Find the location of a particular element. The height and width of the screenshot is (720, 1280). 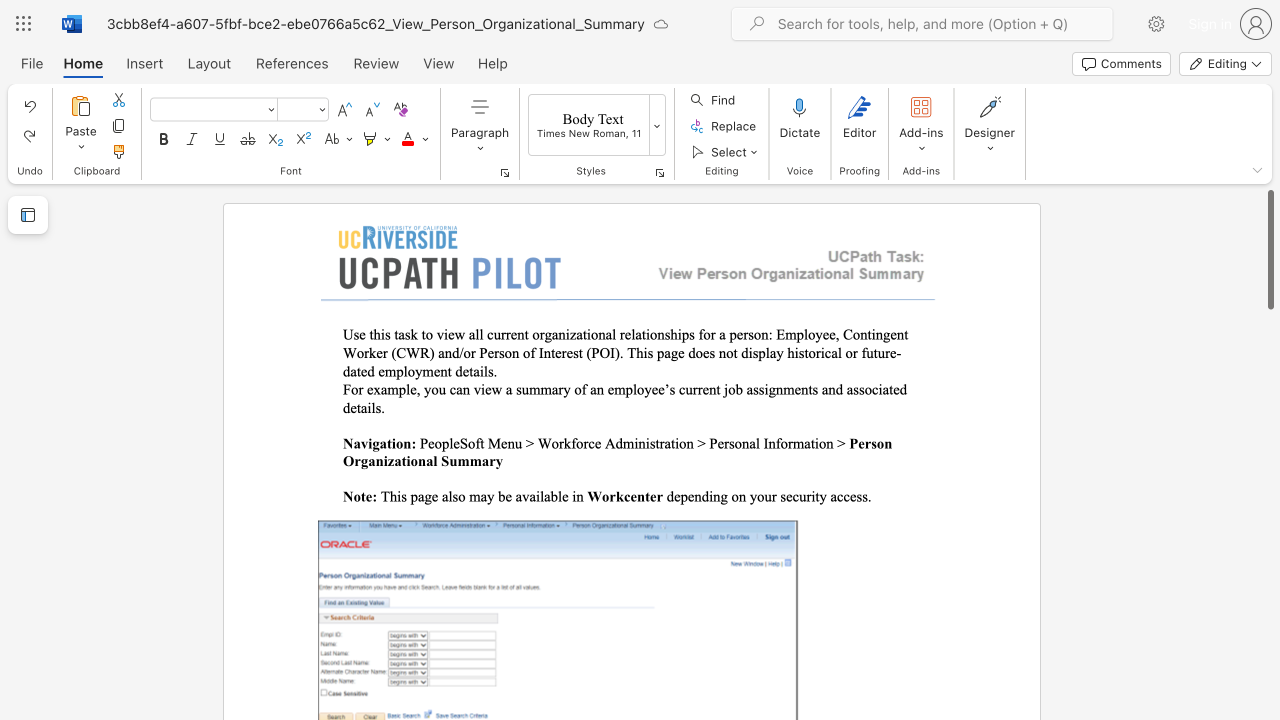

the subset text "his" within the text "This page also may be available in" is located at coordinates (389, 495).